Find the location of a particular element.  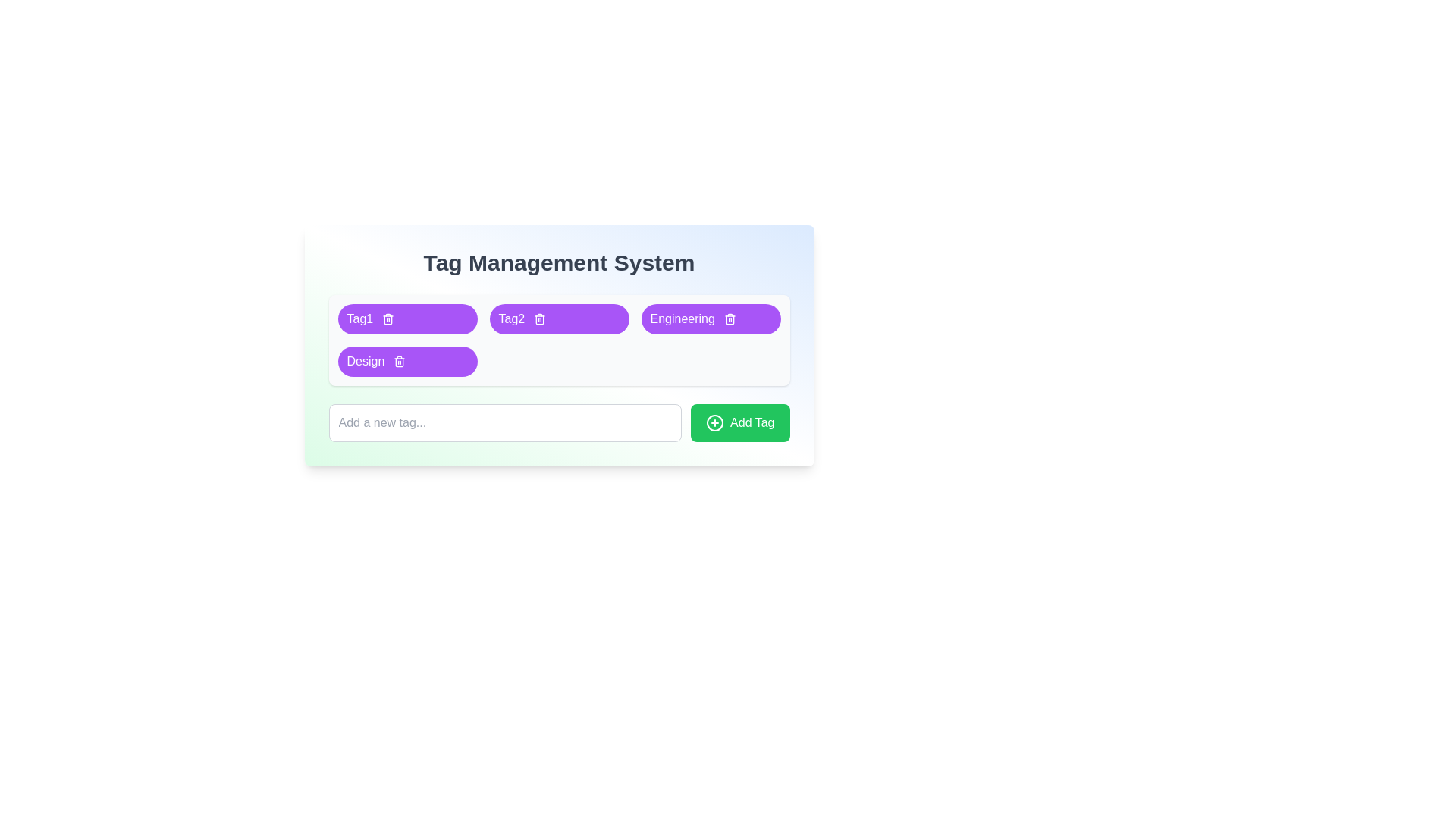

the small interactive trash can icon with a white outline and purple background located at the far-right side of the 'Engineering' tag is located at coordinates (730, 318).